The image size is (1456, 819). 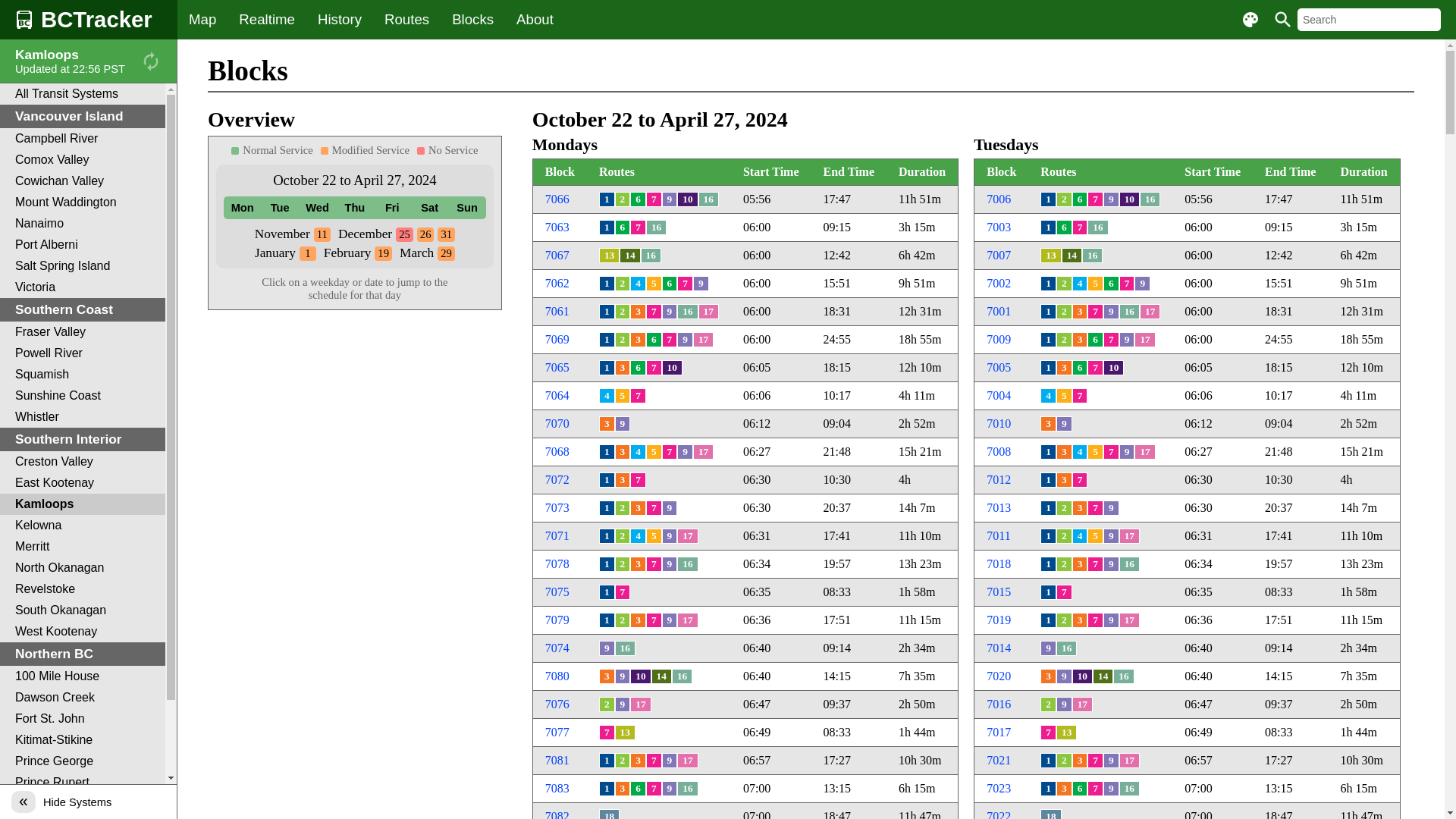 What do you see at coordinates (1127, 338) in the screenshot?
I see `'9'` at bounding box center [1127, 338].